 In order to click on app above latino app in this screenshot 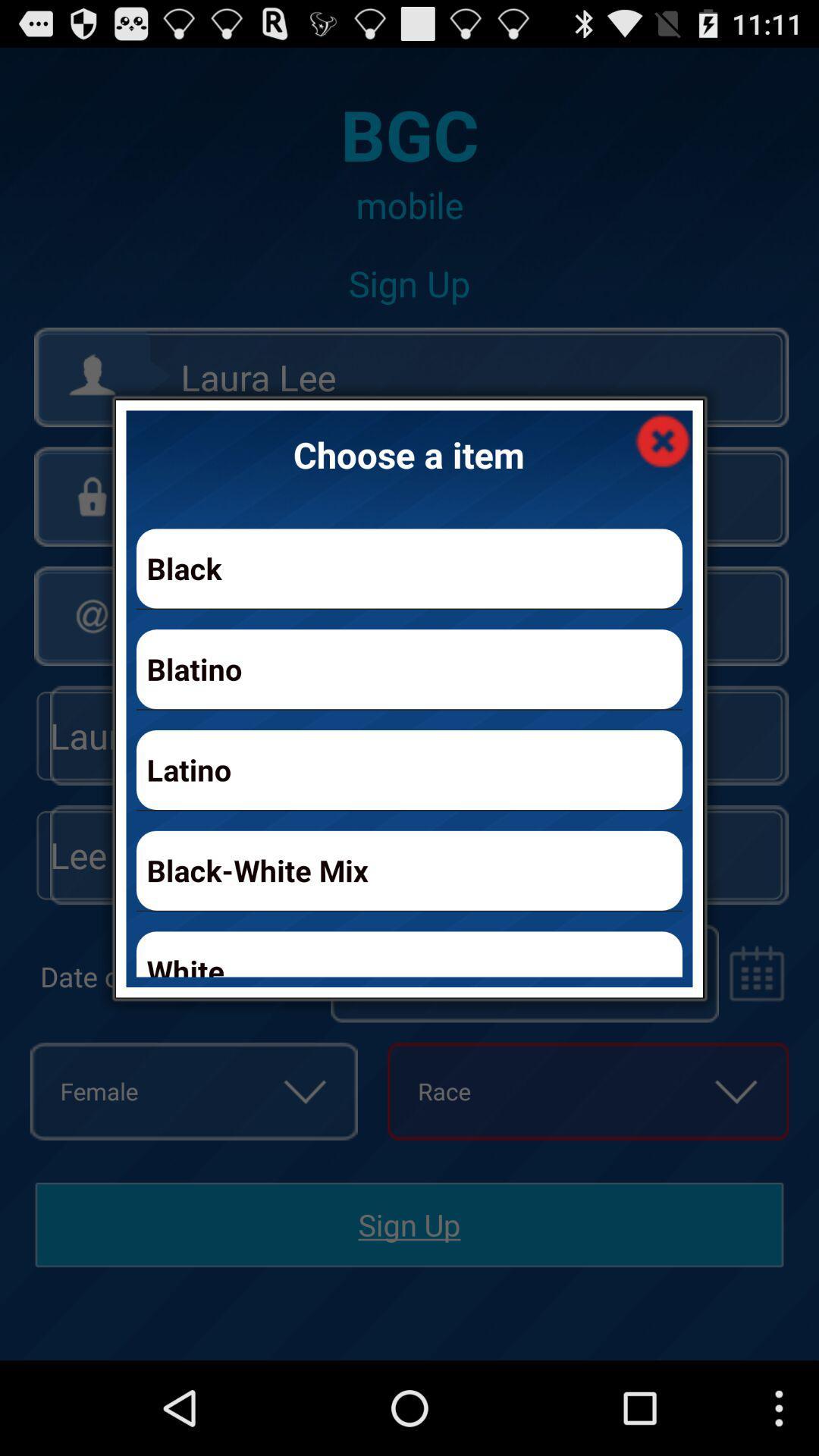, I will do `click(409, 668)`.